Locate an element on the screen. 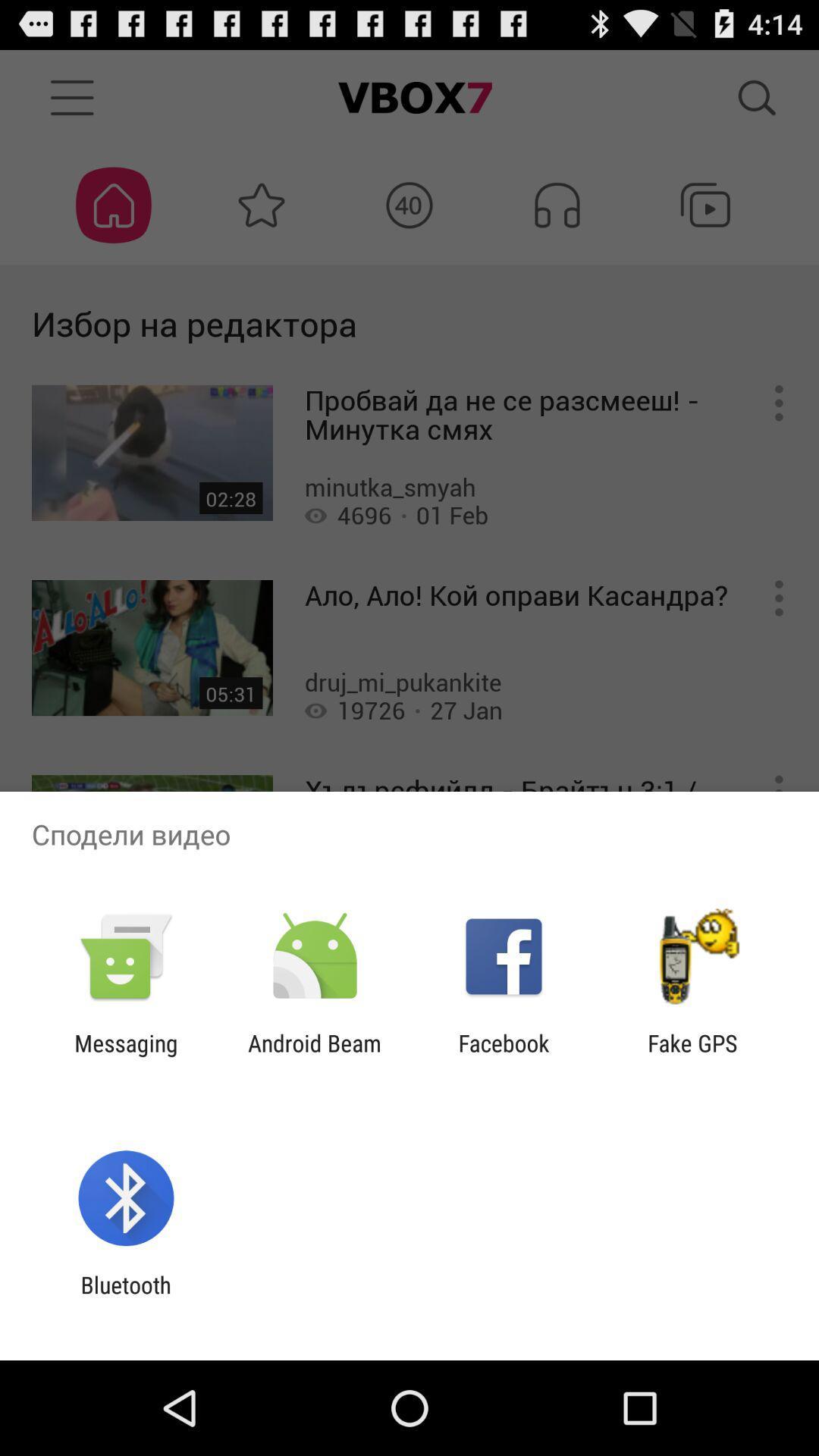 Image resolution: width=819 pixels, height=1456 pixels. the android beam item is located at coordinates (314, 1056).